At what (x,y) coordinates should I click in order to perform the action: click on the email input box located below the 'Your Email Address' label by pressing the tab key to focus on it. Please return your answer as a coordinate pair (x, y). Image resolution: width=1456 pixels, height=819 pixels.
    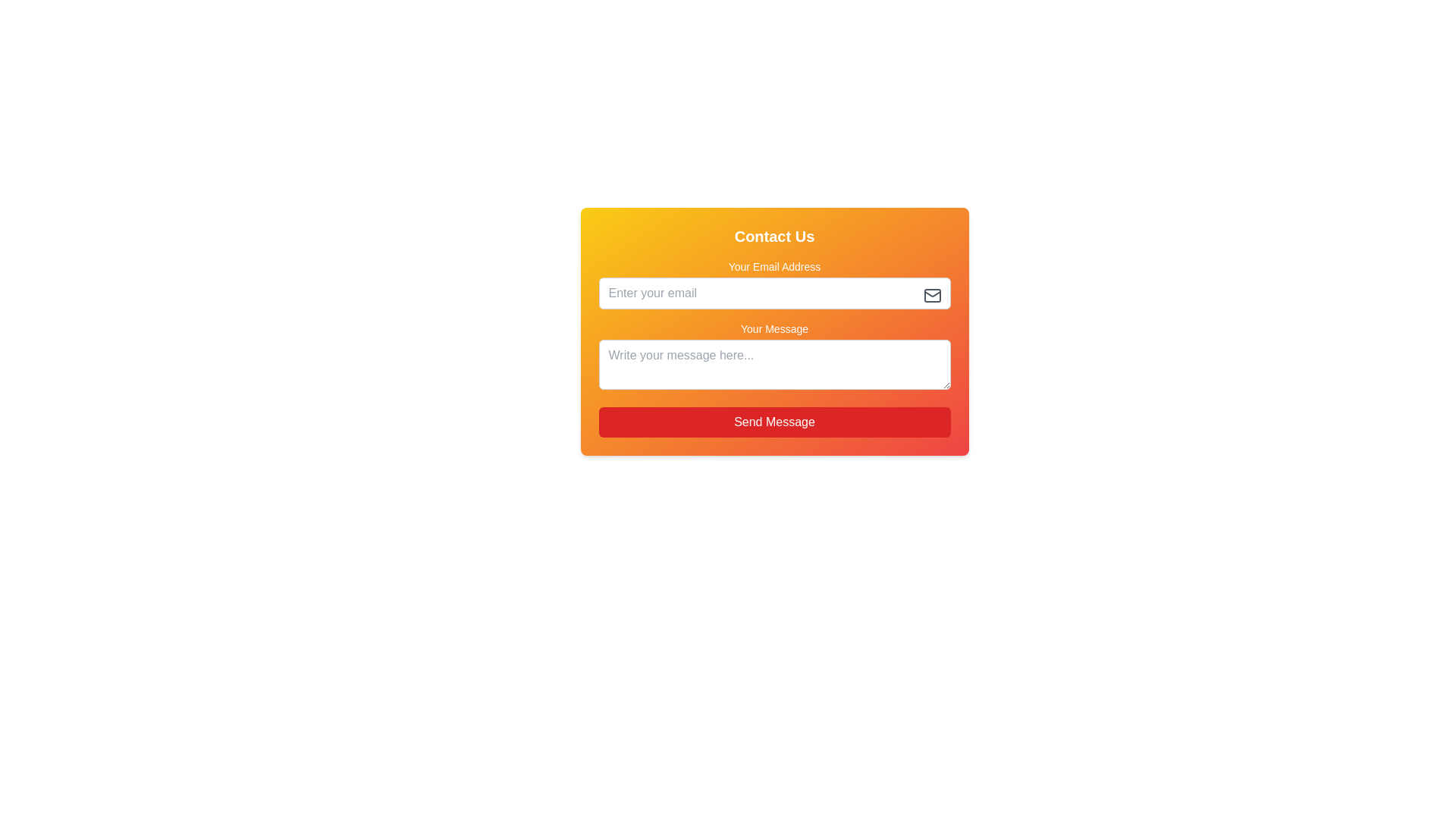
    Looking at the image, I should click on (774, 293).